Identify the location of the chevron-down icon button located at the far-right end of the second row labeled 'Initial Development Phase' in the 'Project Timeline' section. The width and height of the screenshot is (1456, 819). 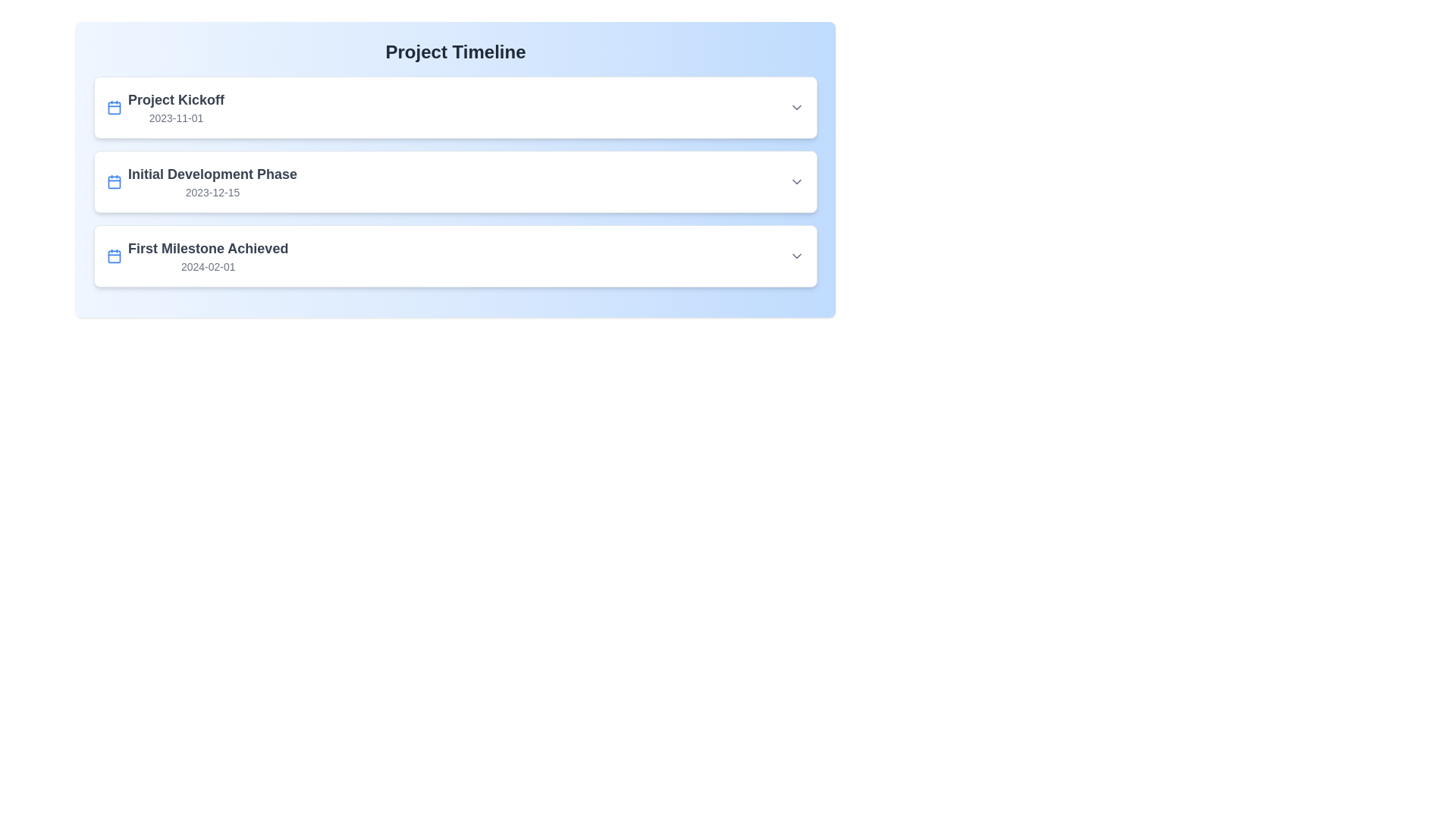
(796, 180).